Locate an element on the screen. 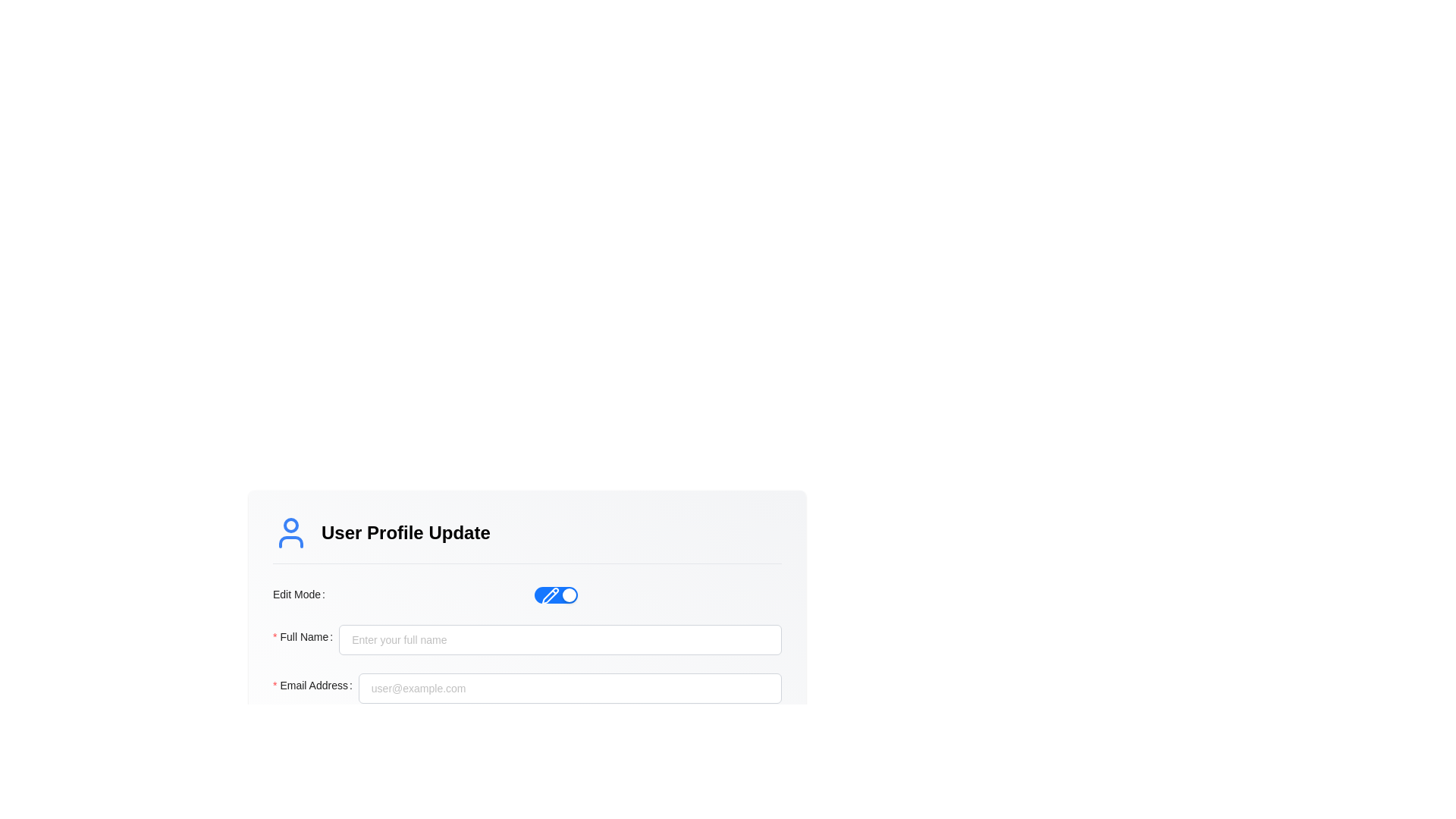 Image resolution: width=1456 pixels, height=819 pixels. the confirmation button located at the bottom of the 'User Profile Update' form, which applies changes made in the form is located at coordinates (527, 739).